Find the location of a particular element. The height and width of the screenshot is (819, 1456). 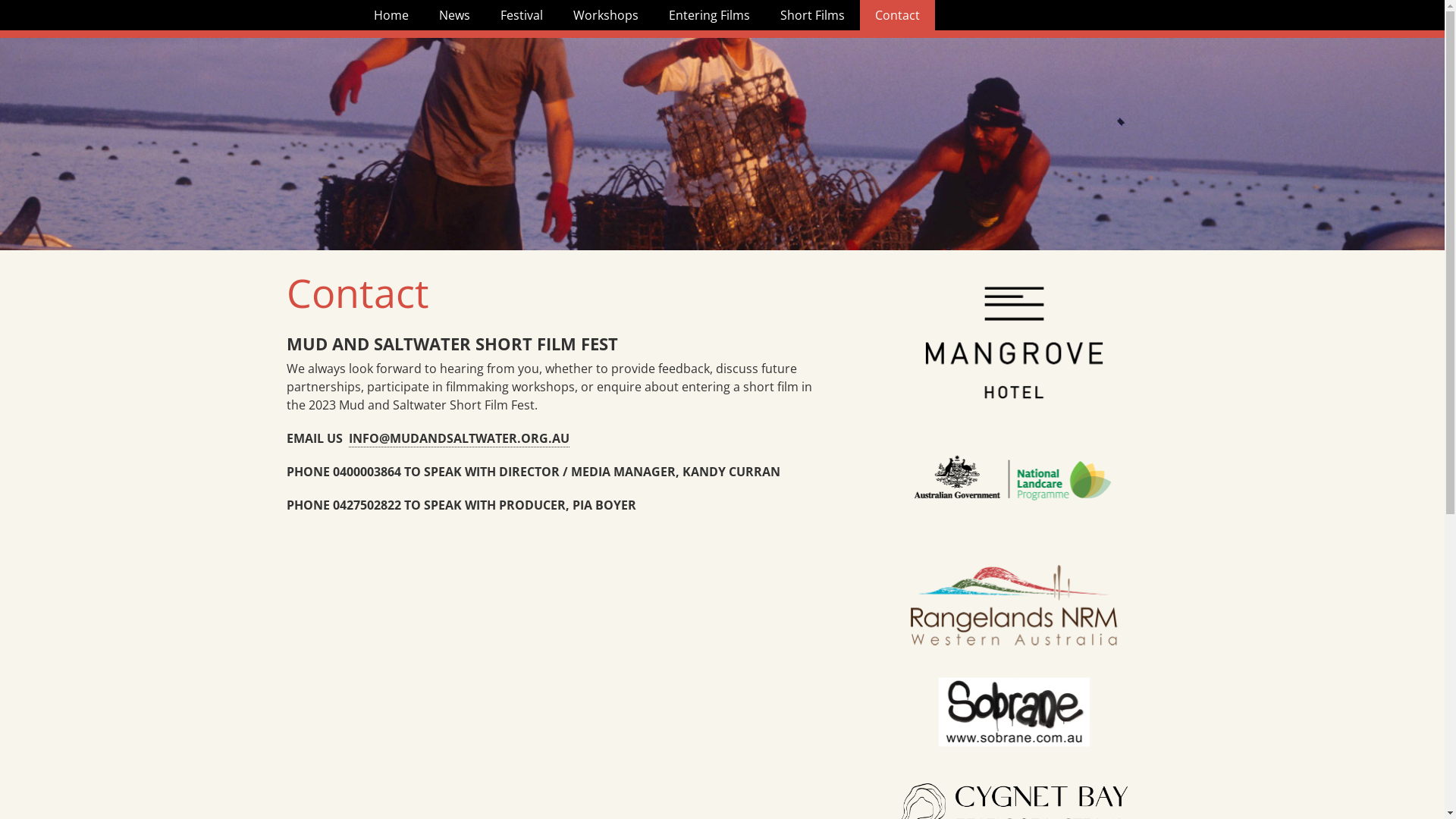

'Entering Films' is located at coordinates (708, 14).